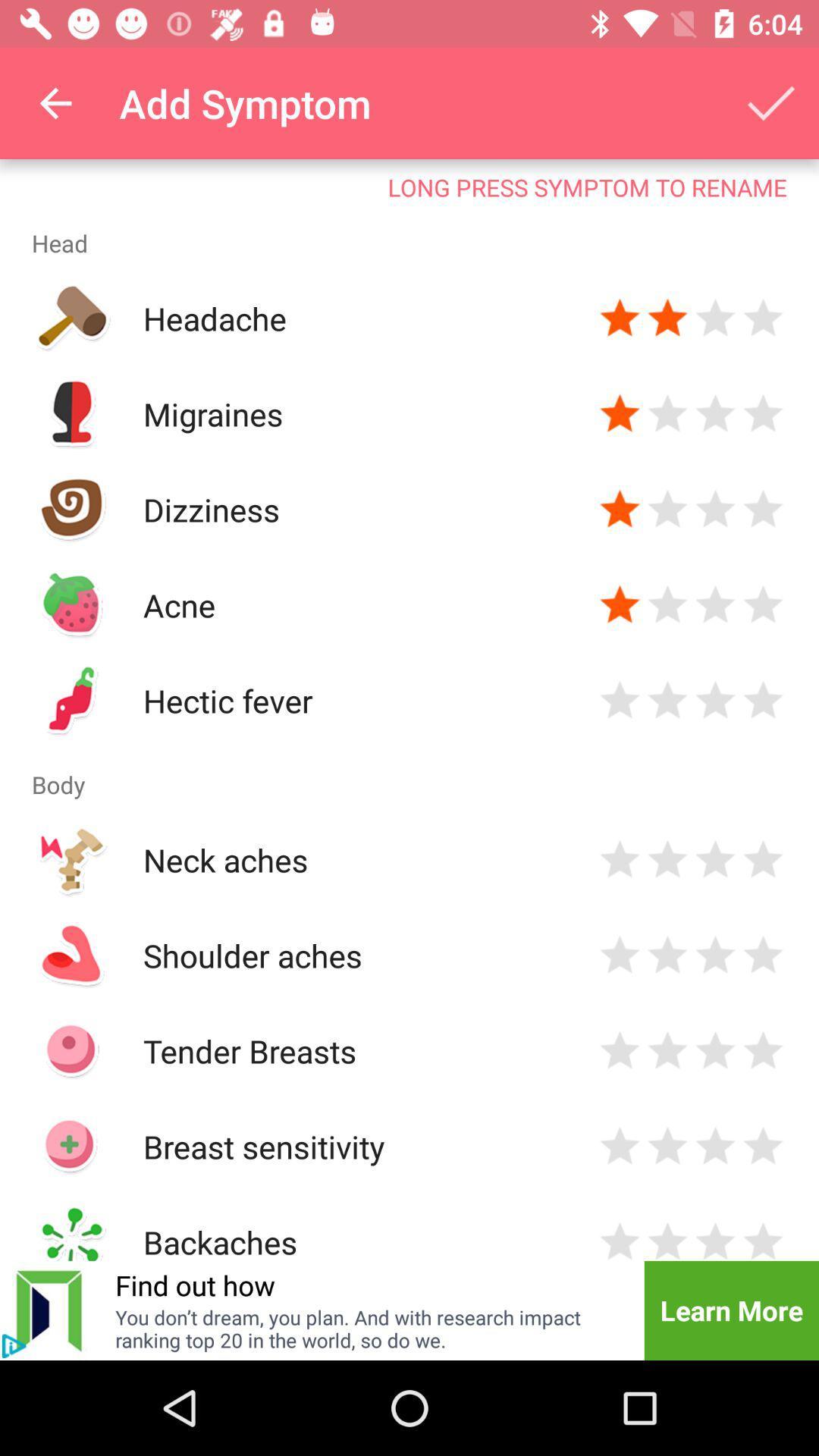  Describe the element at coordinates (667, 700) in the screenshot. I see `rate two stars` at that location.